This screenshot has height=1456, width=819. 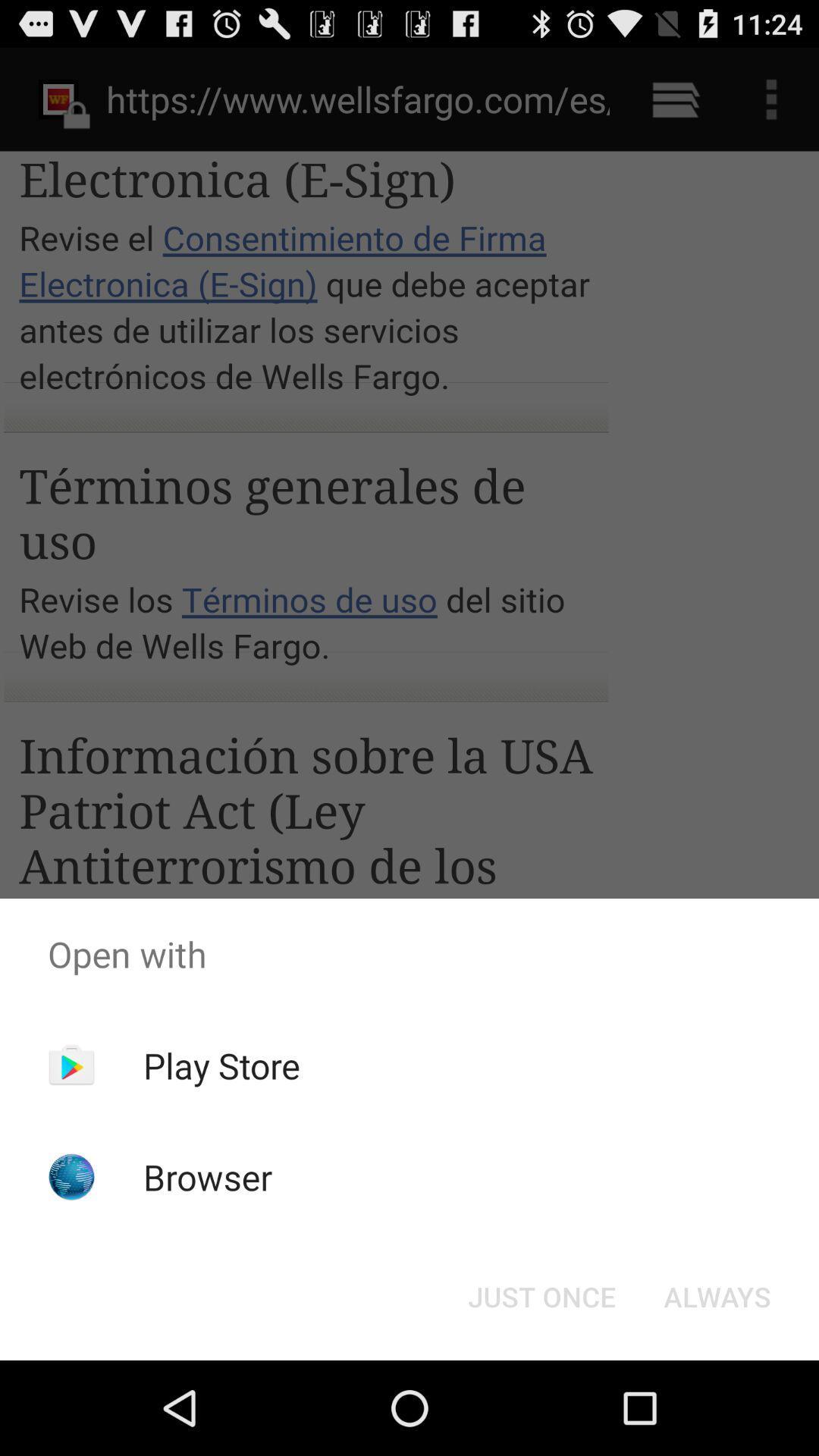 What do you see at coordinates (717, 1295) in the screenshot?
I see `item below the open with icon` at bounding box center [717, 1295].